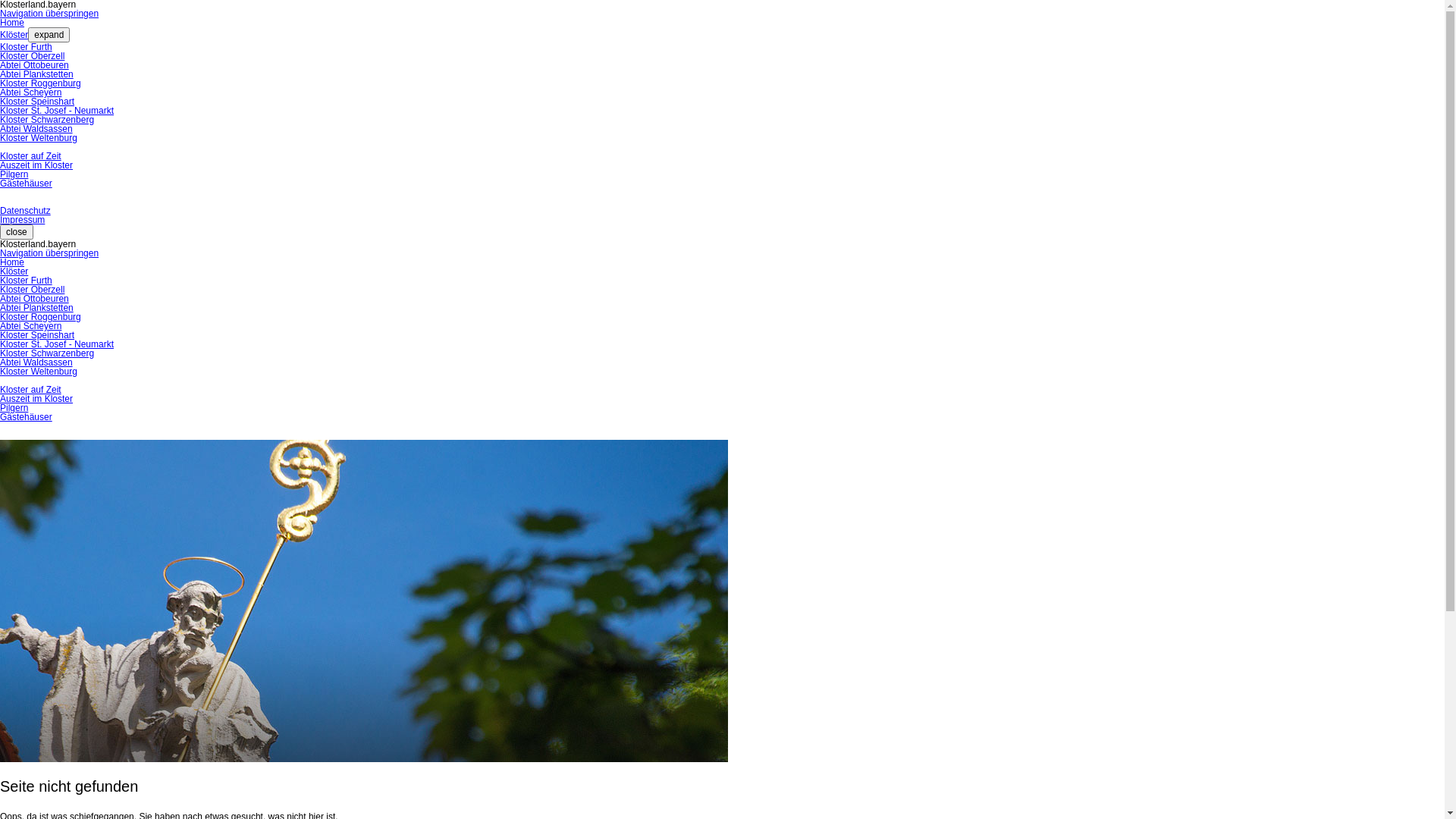 The width and height of the screenshot is (1456, 819). I want to click on 'Kloster St. Josef - Neumarkt', so click(57, 344).